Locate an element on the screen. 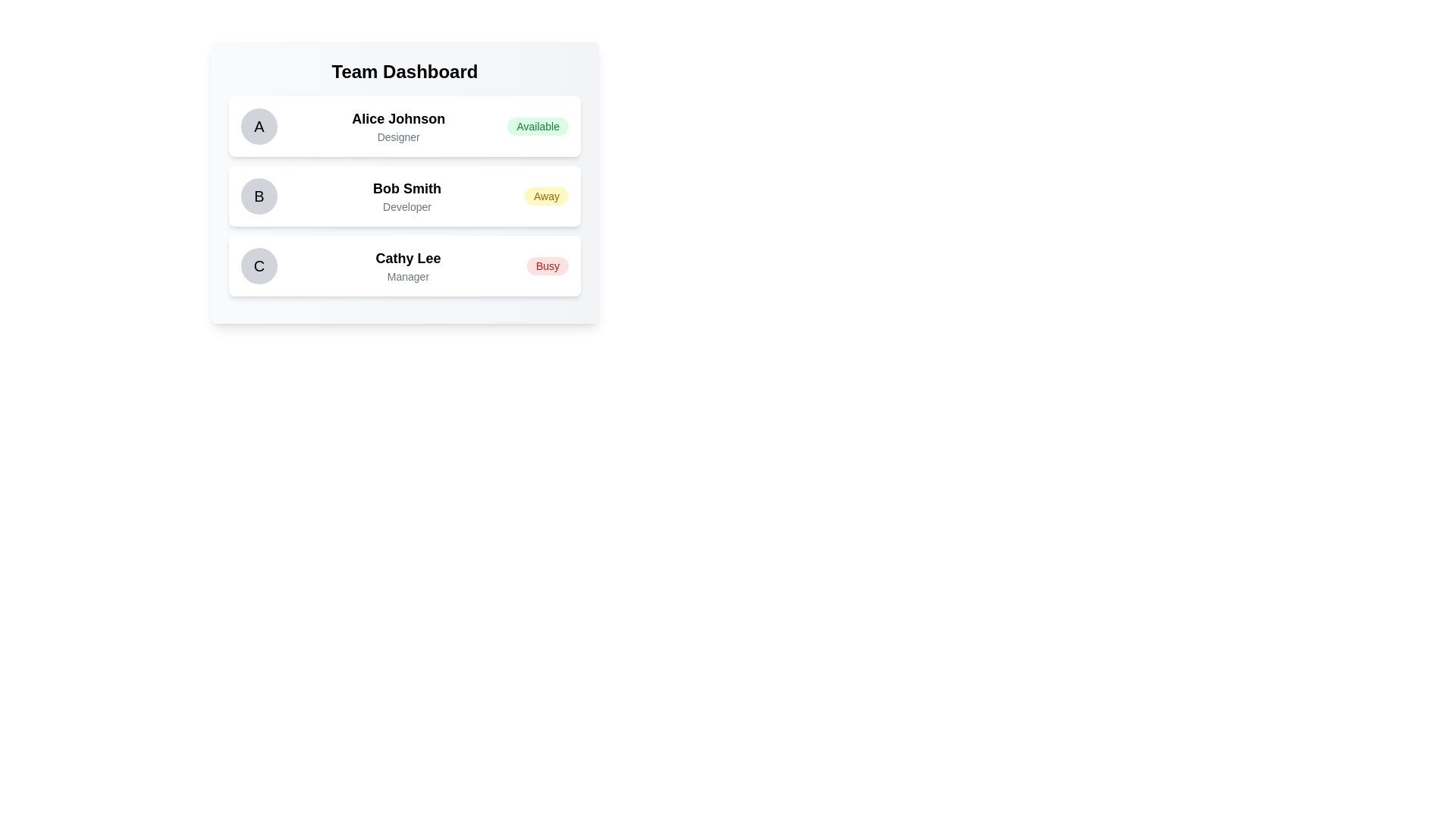  the informational text label indicating the role of 'Cathy Lee' in the team dashboard, located below her name in the third panel is located at coordinates (408, 277).